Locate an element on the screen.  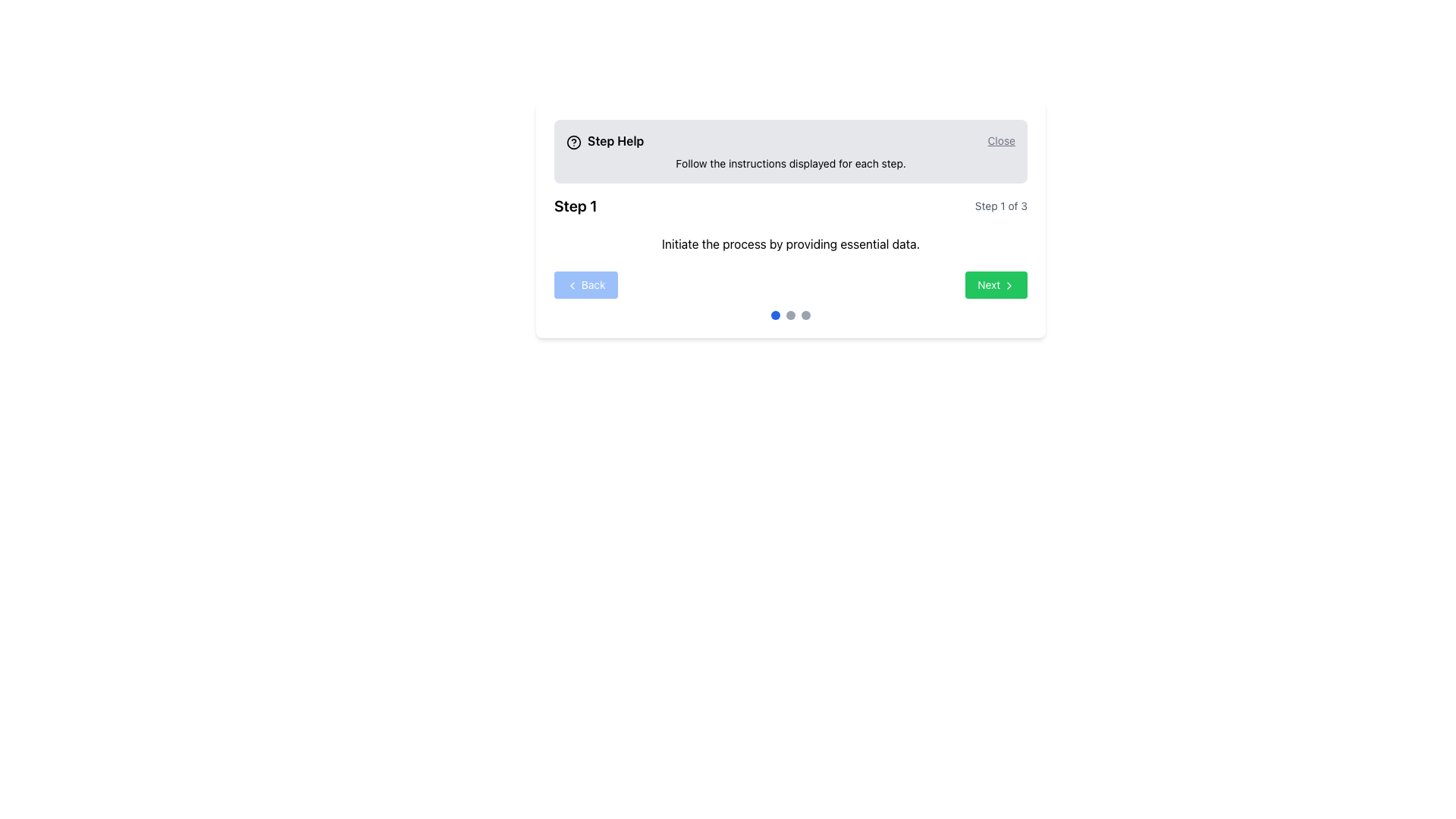
instructions displayed in the 'Step Help' informational notification box, which includes a bolded label and a description is located at coordinates (789, 152).